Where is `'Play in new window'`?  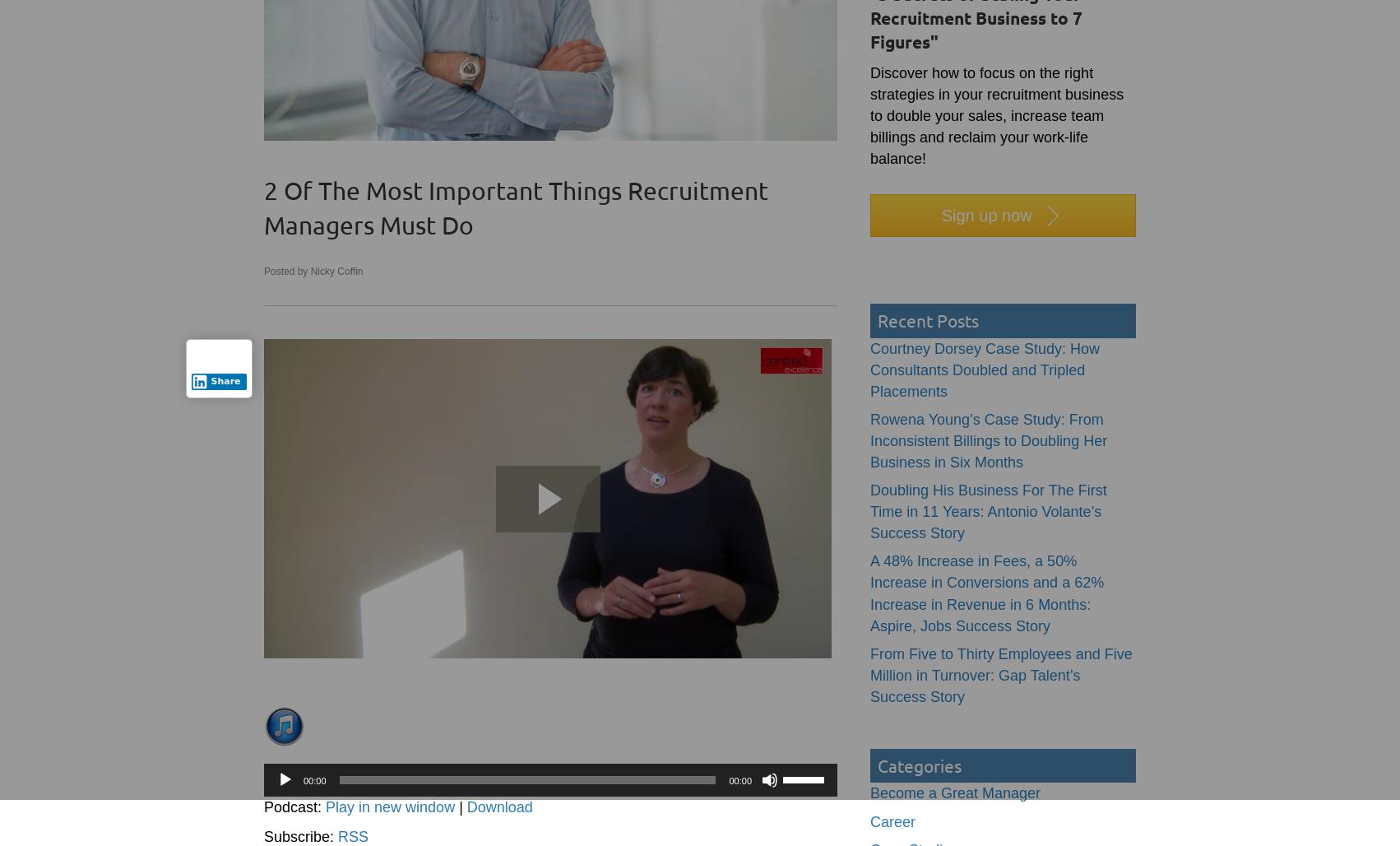 'Play in new window' is located at coordinates (389, 806).